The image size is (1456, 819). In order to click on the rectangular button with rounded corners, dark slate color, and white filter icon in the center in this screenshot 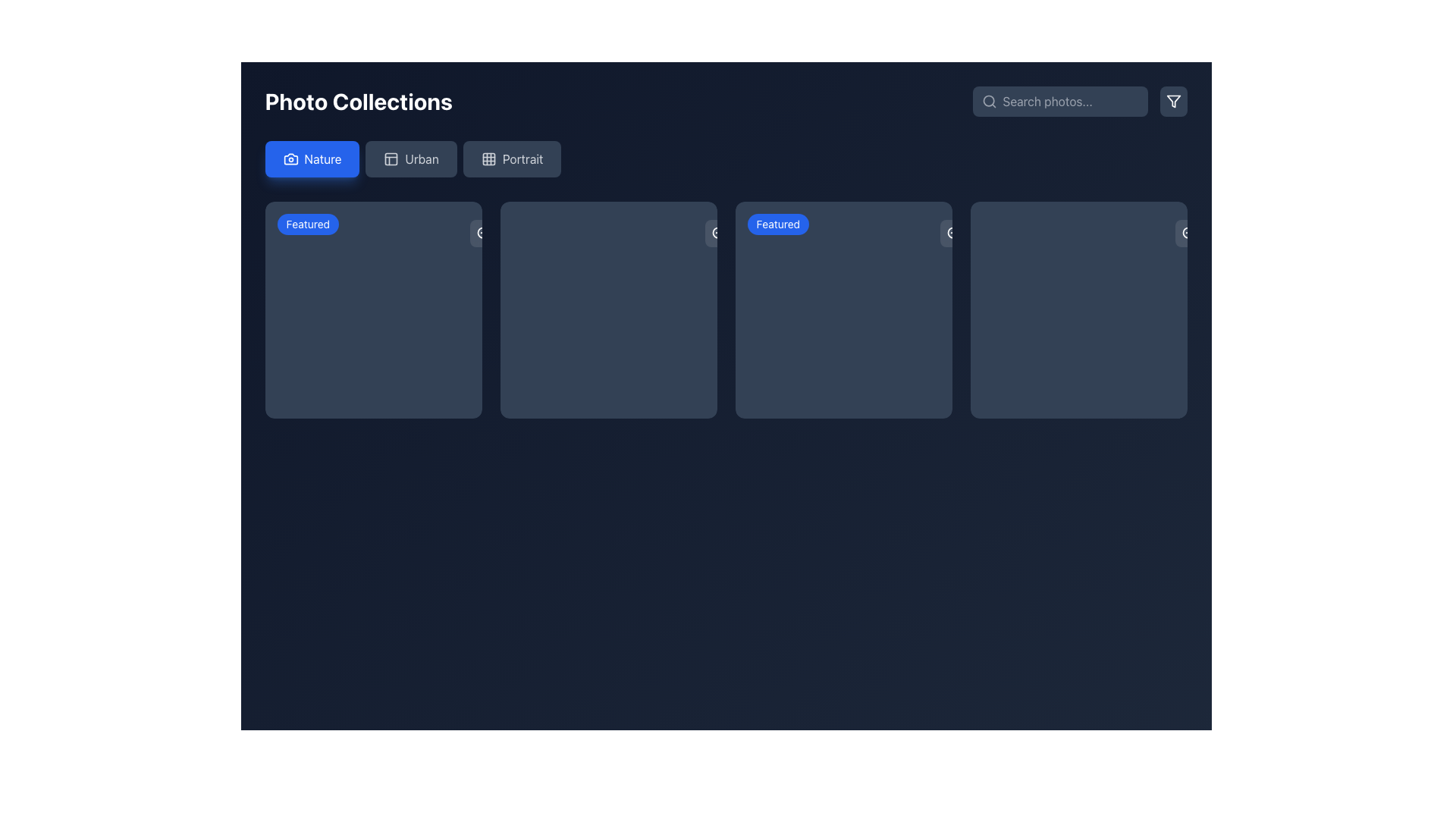, I will do `click(1172, 102)`.